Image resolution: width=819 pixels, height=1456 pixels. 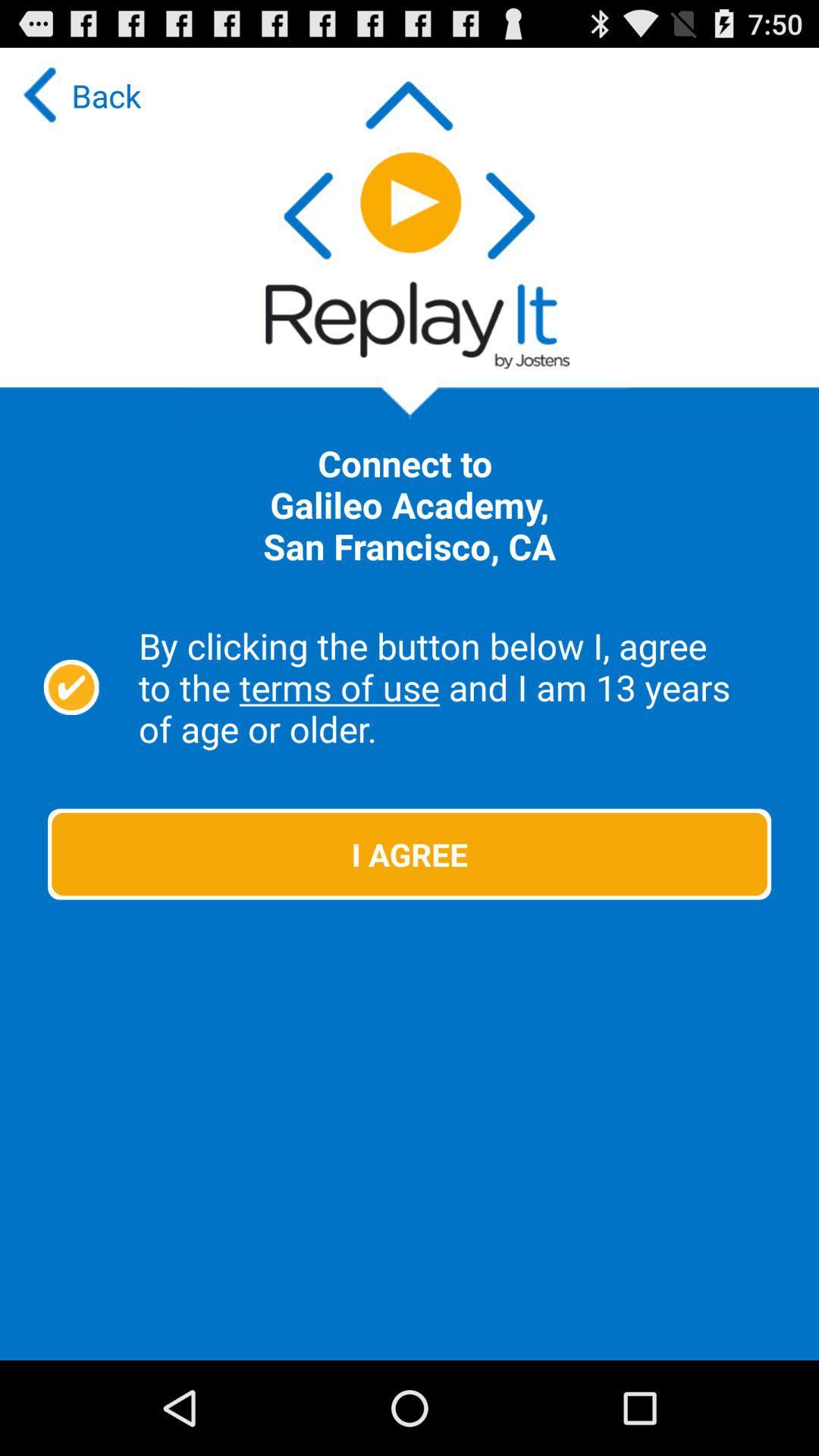 What do you see at coordinates (71, 686) in the screenshot?
I see `the icon above the i agree` at bounding box center [71, 686].